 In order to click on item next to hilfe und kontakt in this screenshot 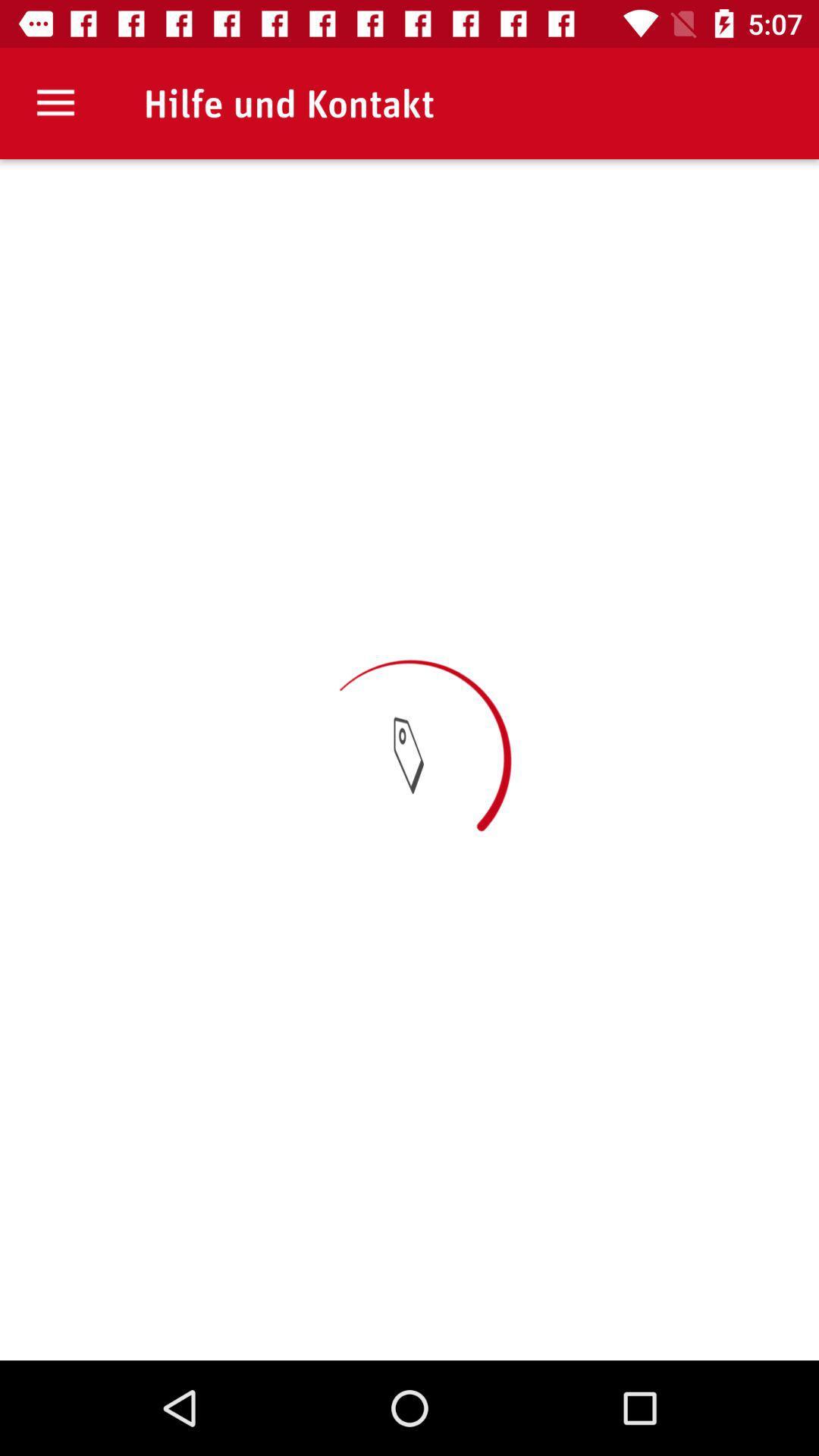, I will do `click(55, 102)`.